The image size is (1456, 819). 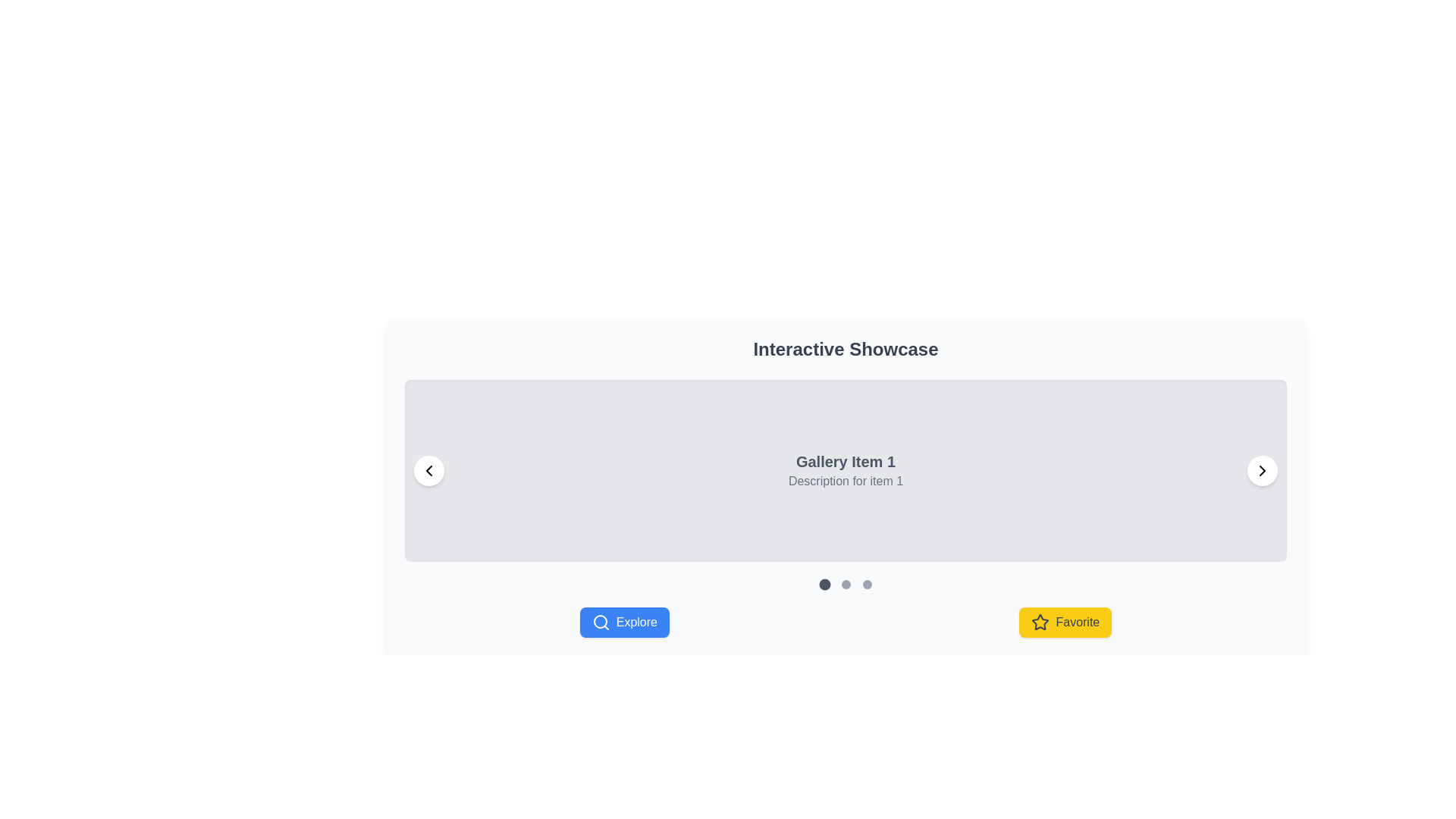 What do you see at coordinates (600, 623) in the screenshot?
I see `the magnifying glass icon that is part of the 'Explore' button, located on the left side of the button next to the text` at bounding box center [600, 623].